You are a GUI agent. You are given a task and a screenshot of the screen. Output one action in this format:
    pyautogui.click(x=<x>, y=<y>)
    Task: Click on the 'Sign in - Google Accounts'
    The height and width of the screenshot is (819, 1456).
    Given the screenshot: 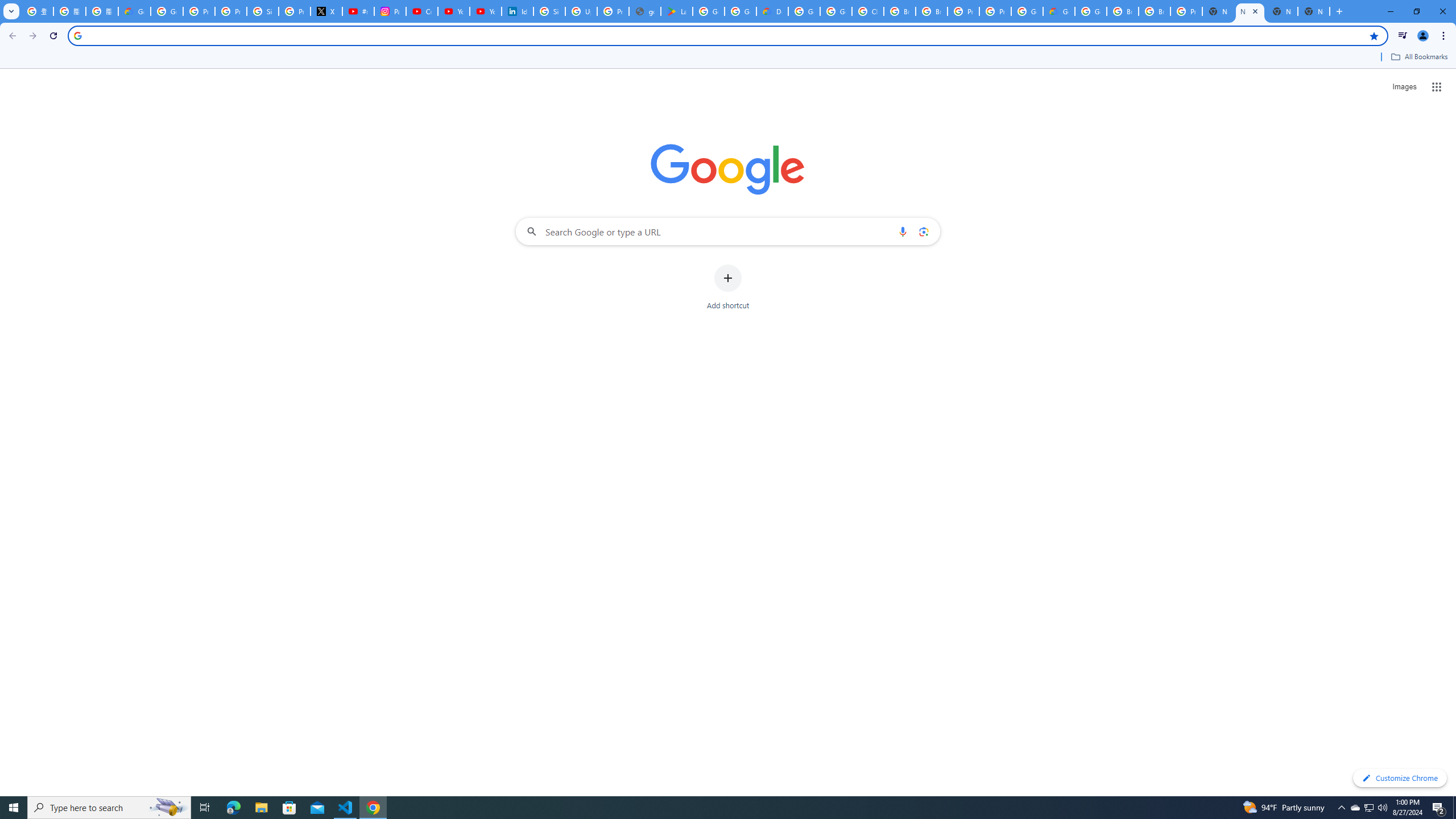 What is the action you would take?
    pyautogui.click(x=549, y=11)
    